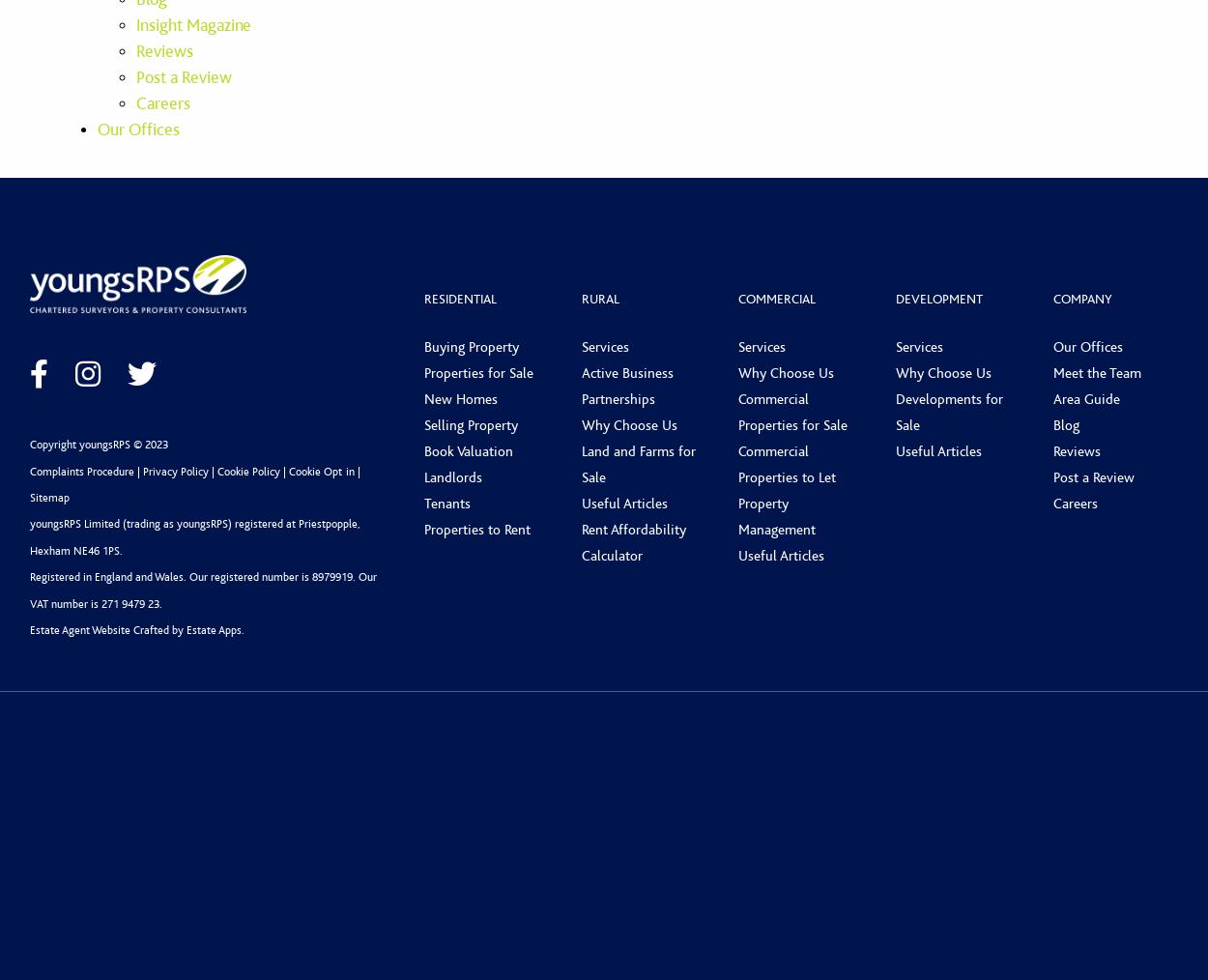 The width and height of the screenshot is (1208, 980). Describe the element at coordinates (1051, 424) in the screenshot. I see `'Blog'` at that location.